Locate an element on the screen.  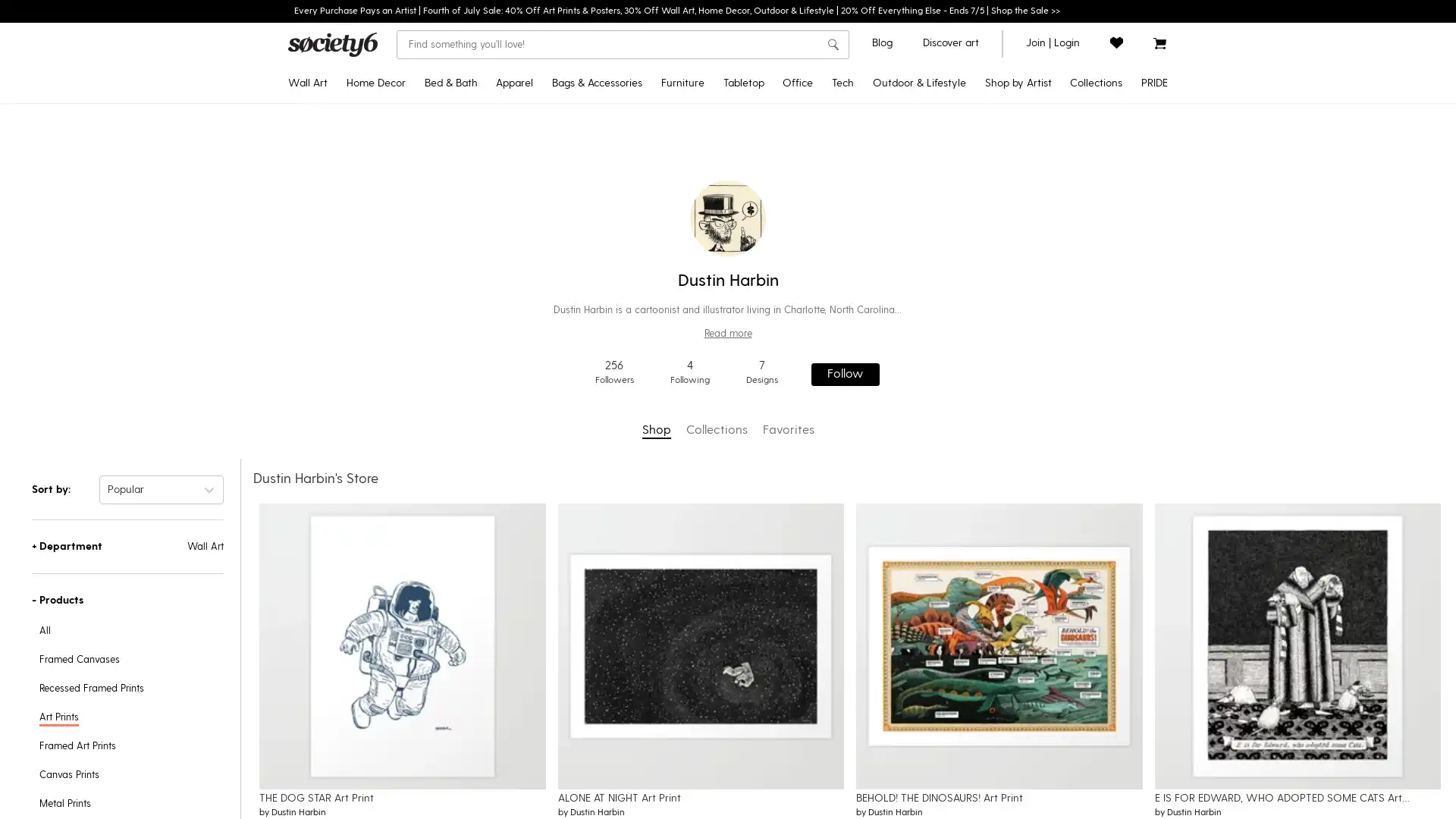
Shop by Artist is located at coordinates (977, 341).